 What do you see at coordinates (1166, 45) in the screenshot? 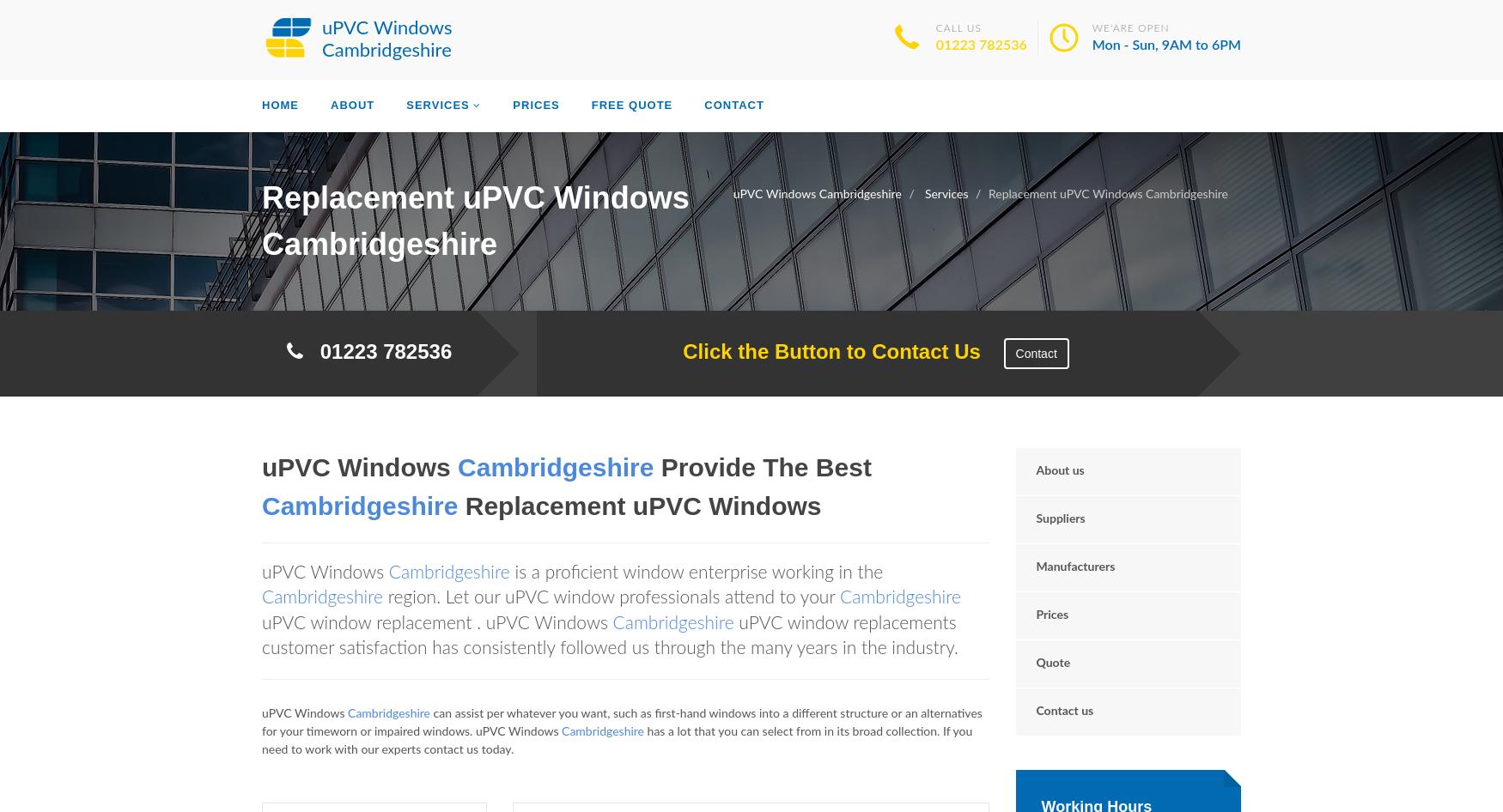
I see `'Mon - Sun, 9AM to 6PM'` at bounding box center [1166, 45].